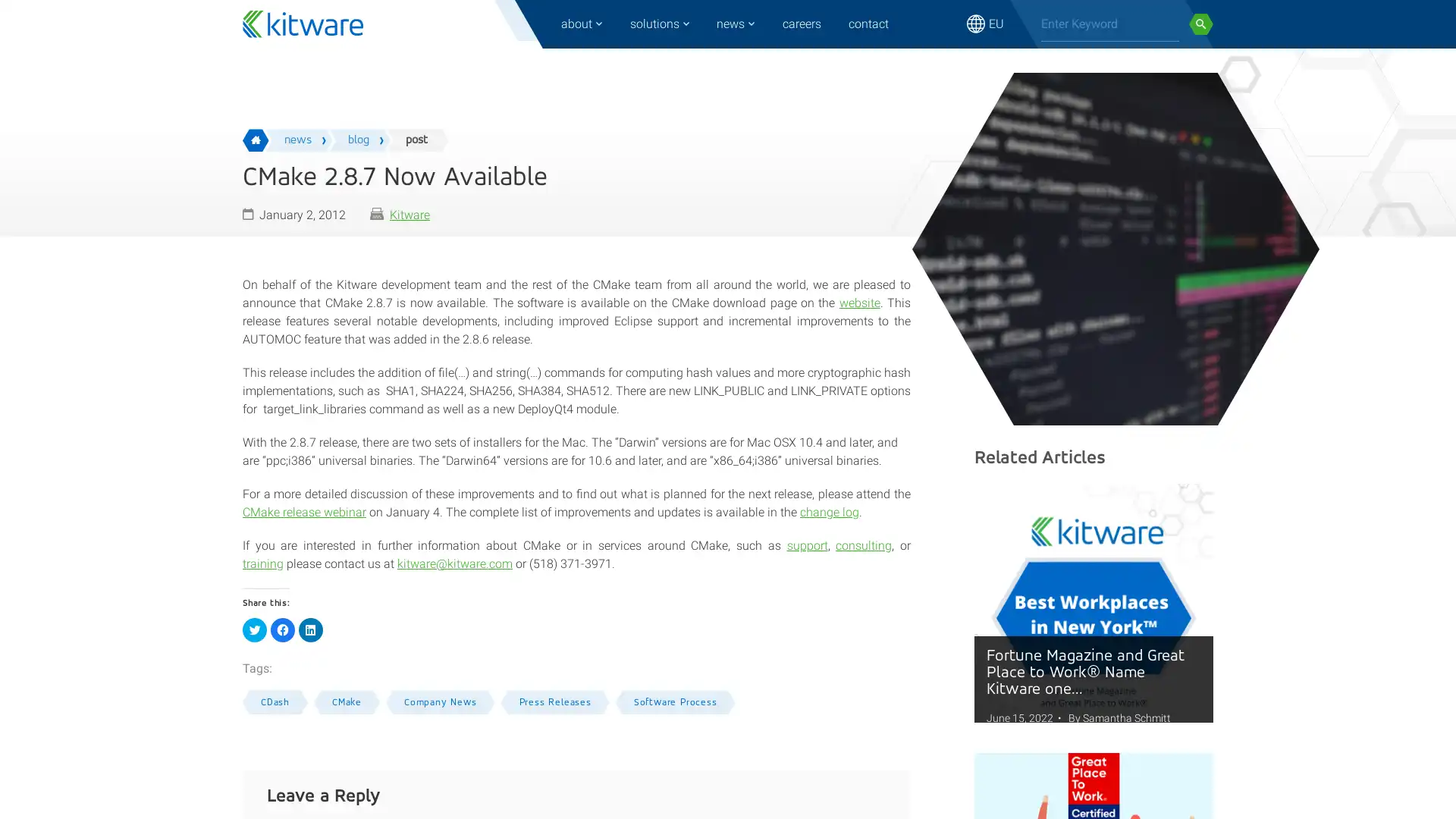 Image resolution: width=1456 pixels, height=819 pixels. I want to click on Search, so click(1200, 24).